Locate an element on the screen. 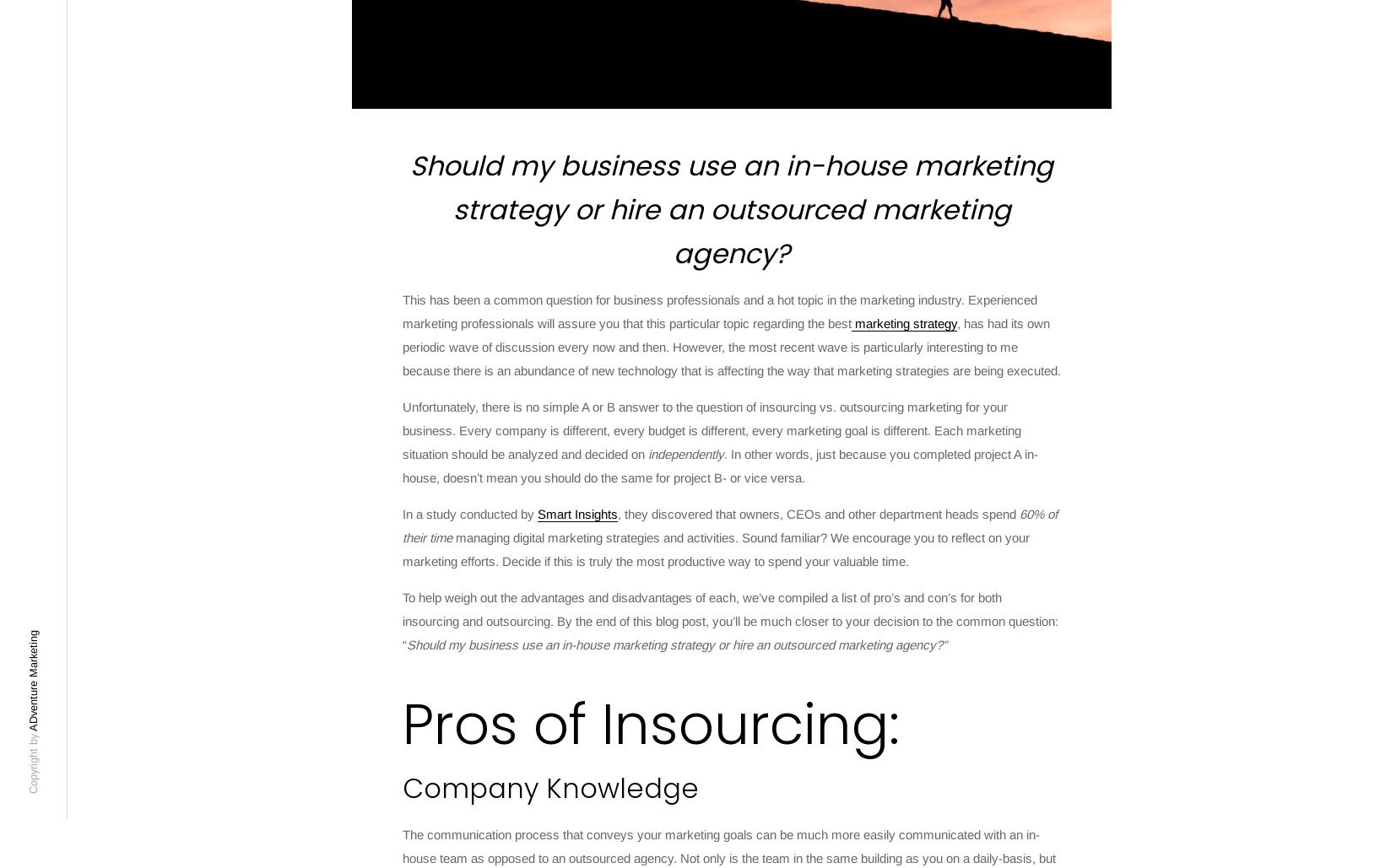 Image resolution: width=1396 pixels, height=868 pixels. ', they discovered that owners, CEOs and other department heads spend' is located at coordinates (618, 514).